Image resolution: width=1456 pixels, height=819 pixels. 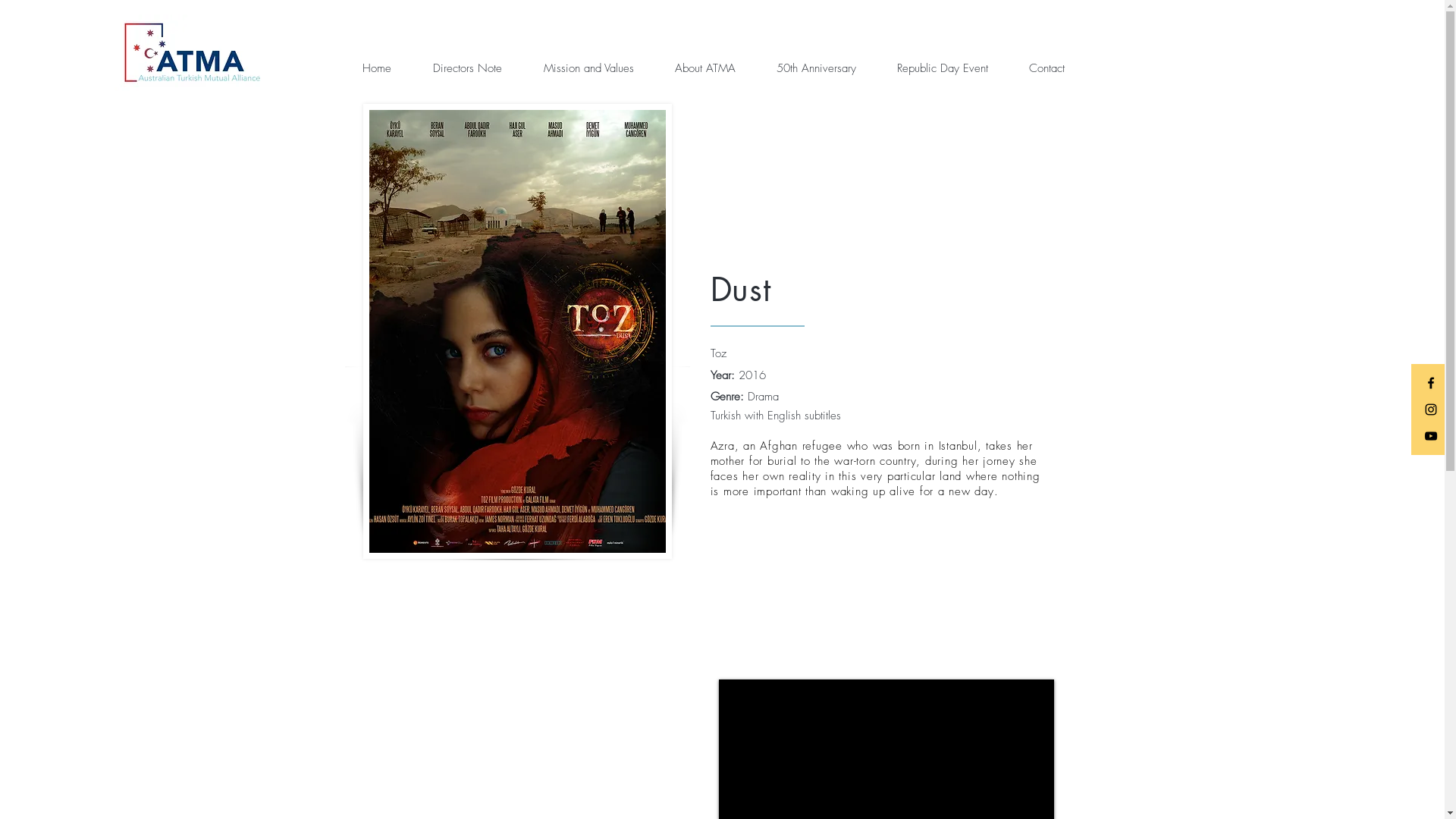 I want to click on 'ATMA logo', so click(x=190, y=52).